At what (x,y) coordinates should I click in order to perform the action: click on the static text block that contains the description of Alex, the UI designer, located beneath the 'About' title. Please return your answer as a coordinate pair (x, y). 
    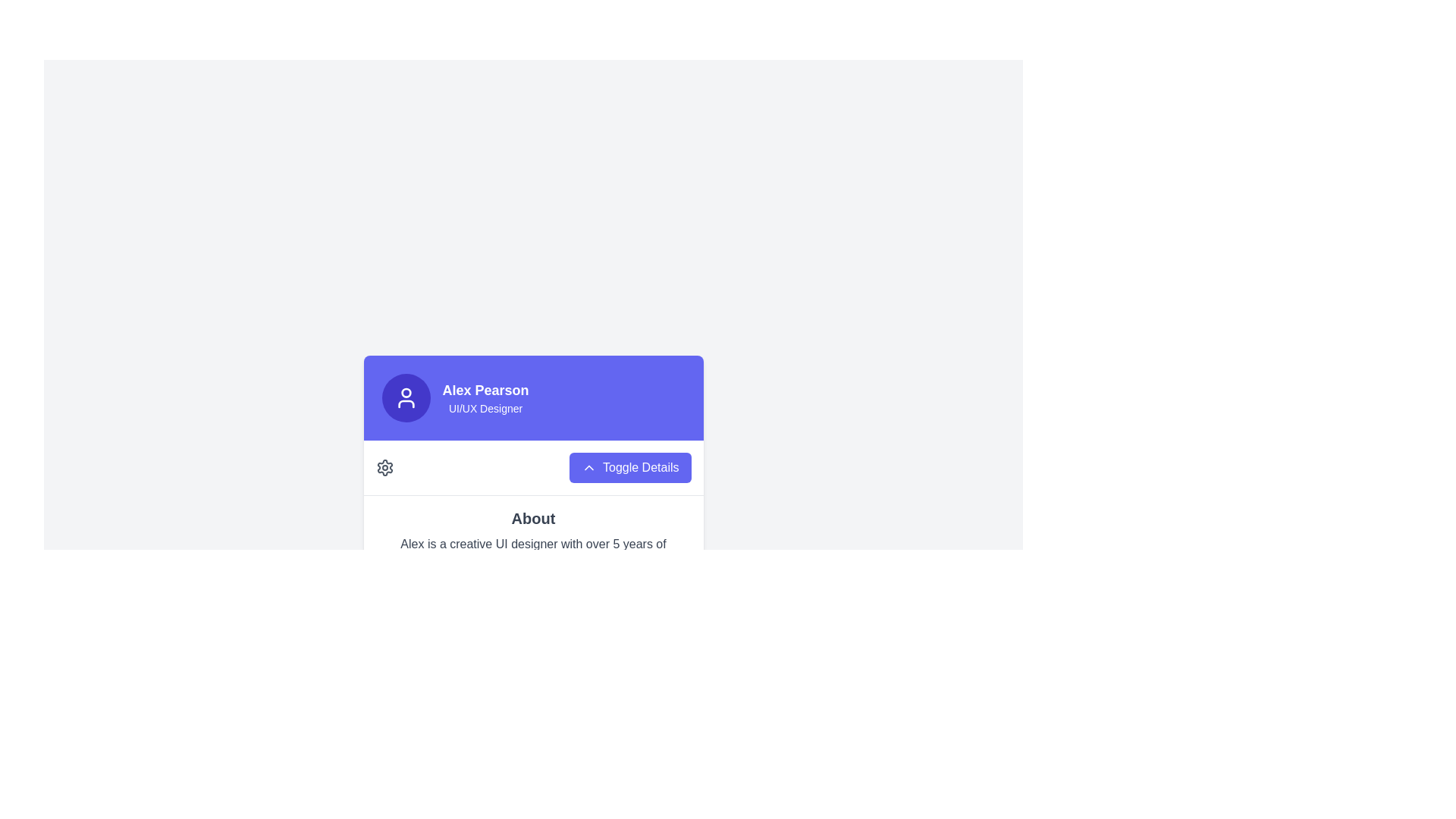
    Looking at the image, I should click on (533, 553).